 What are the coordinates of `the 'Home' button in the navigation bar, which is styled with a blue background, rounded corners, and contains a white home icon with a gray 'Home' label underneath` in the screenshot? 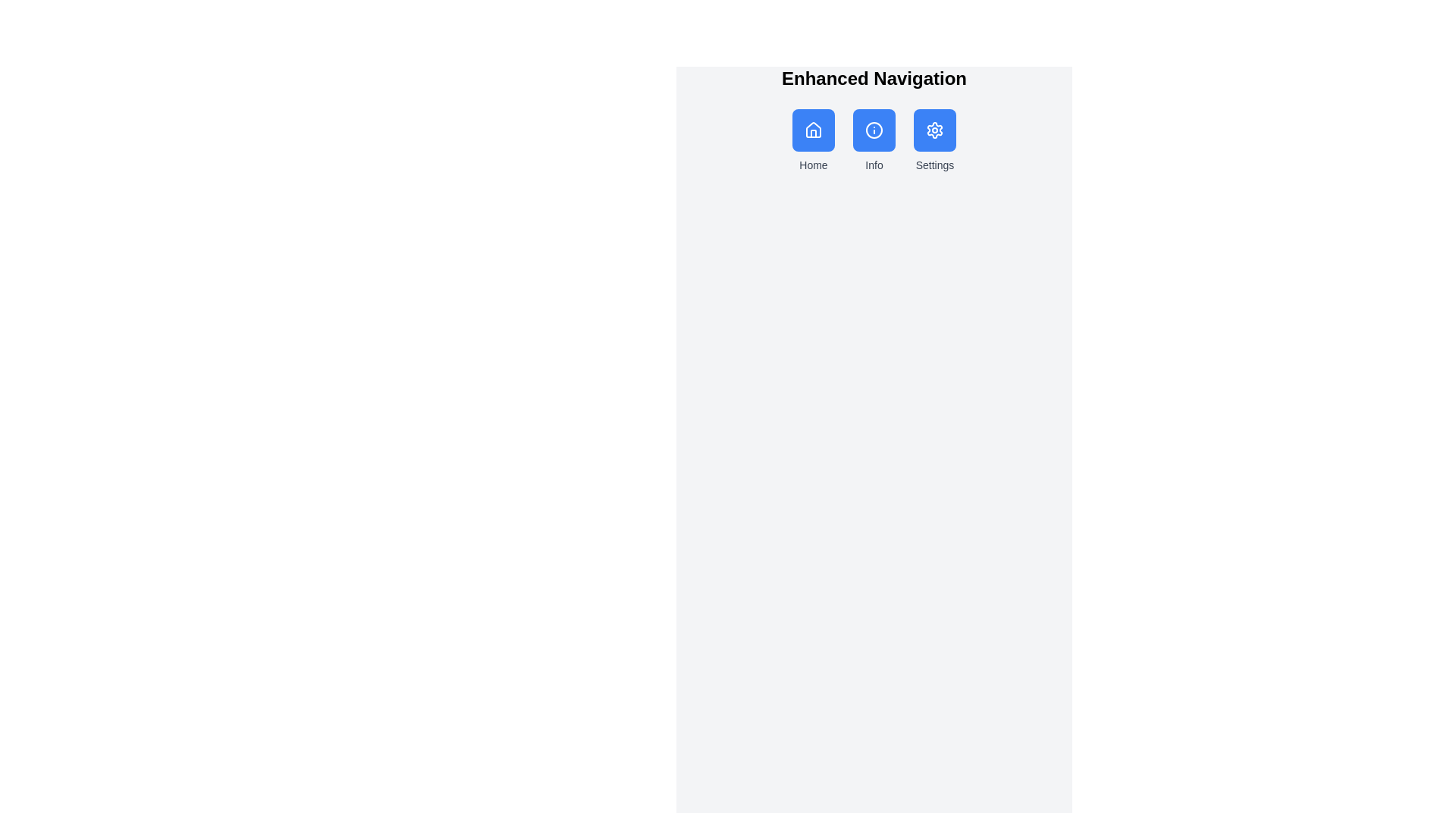 It's located at (813, 140).